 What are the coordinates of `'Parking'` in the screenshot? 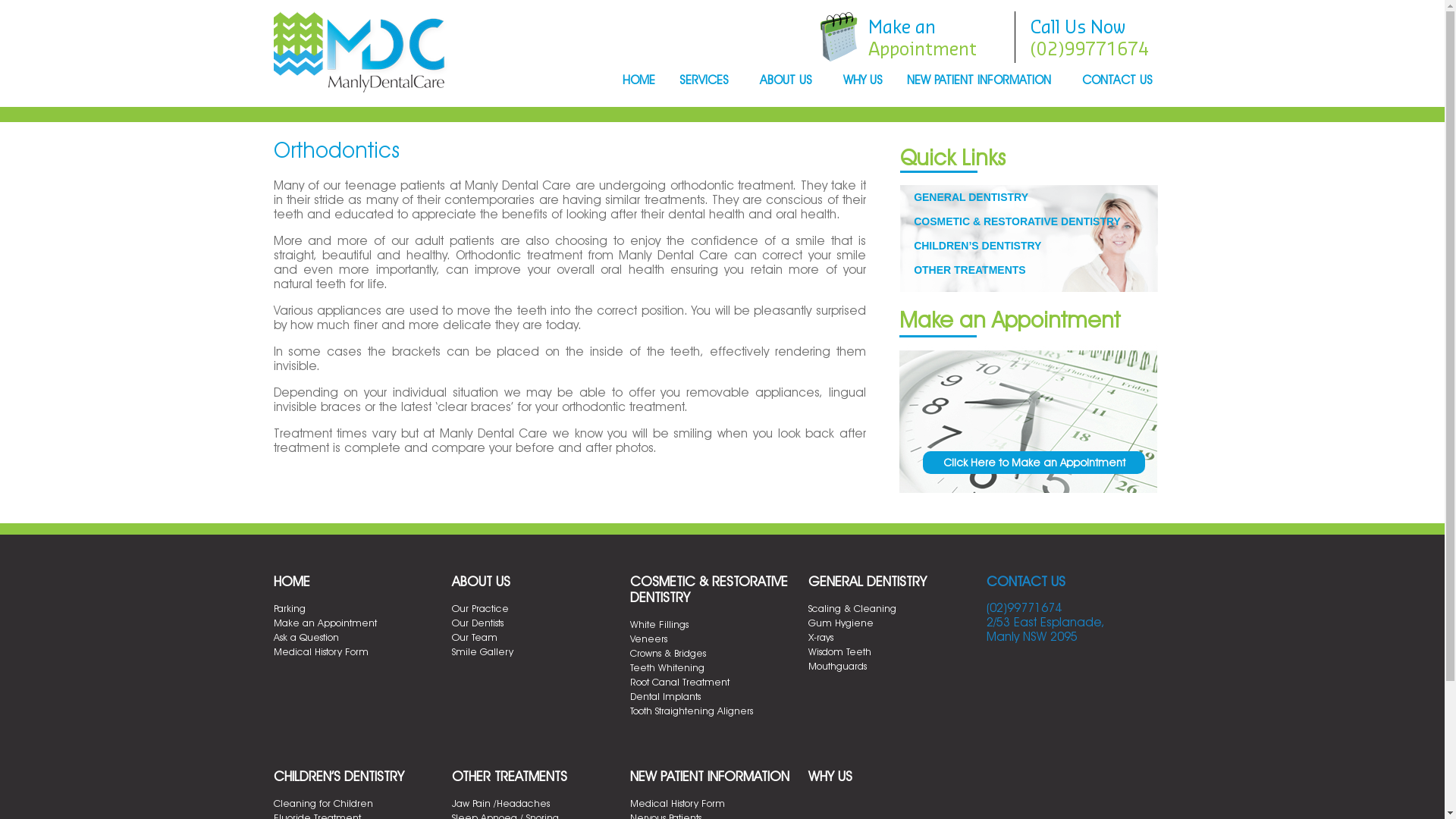 It's located at (288, 607).